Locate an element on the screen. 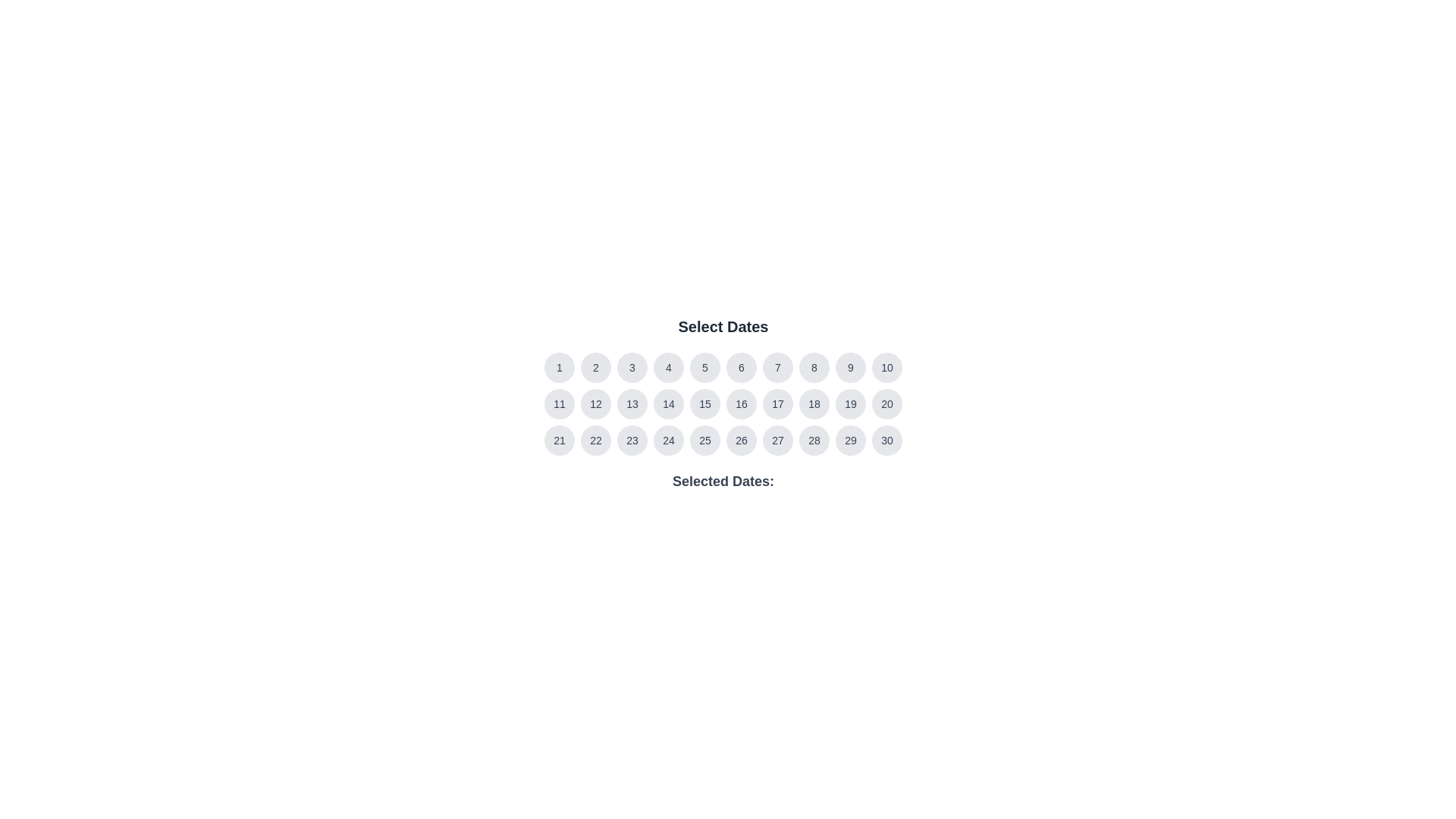  the circular button with the number '21' displayed in the center, which is located in the bottom-left area of the grid under the 'Select Dates' label is located at coordinates (559, 441).